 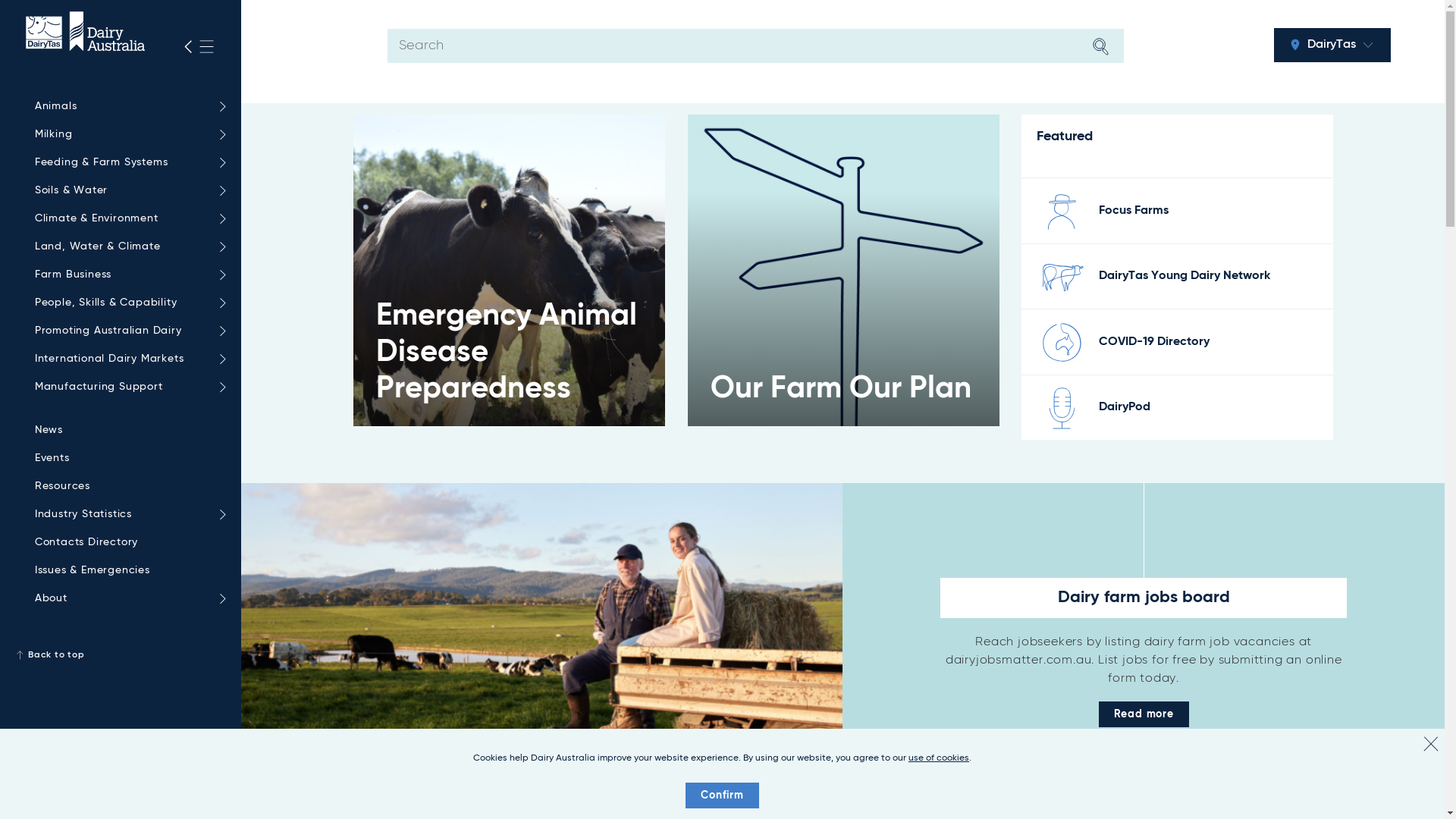 I want to click on 'COVID-19 Directory', so click(x=1153, y=342).